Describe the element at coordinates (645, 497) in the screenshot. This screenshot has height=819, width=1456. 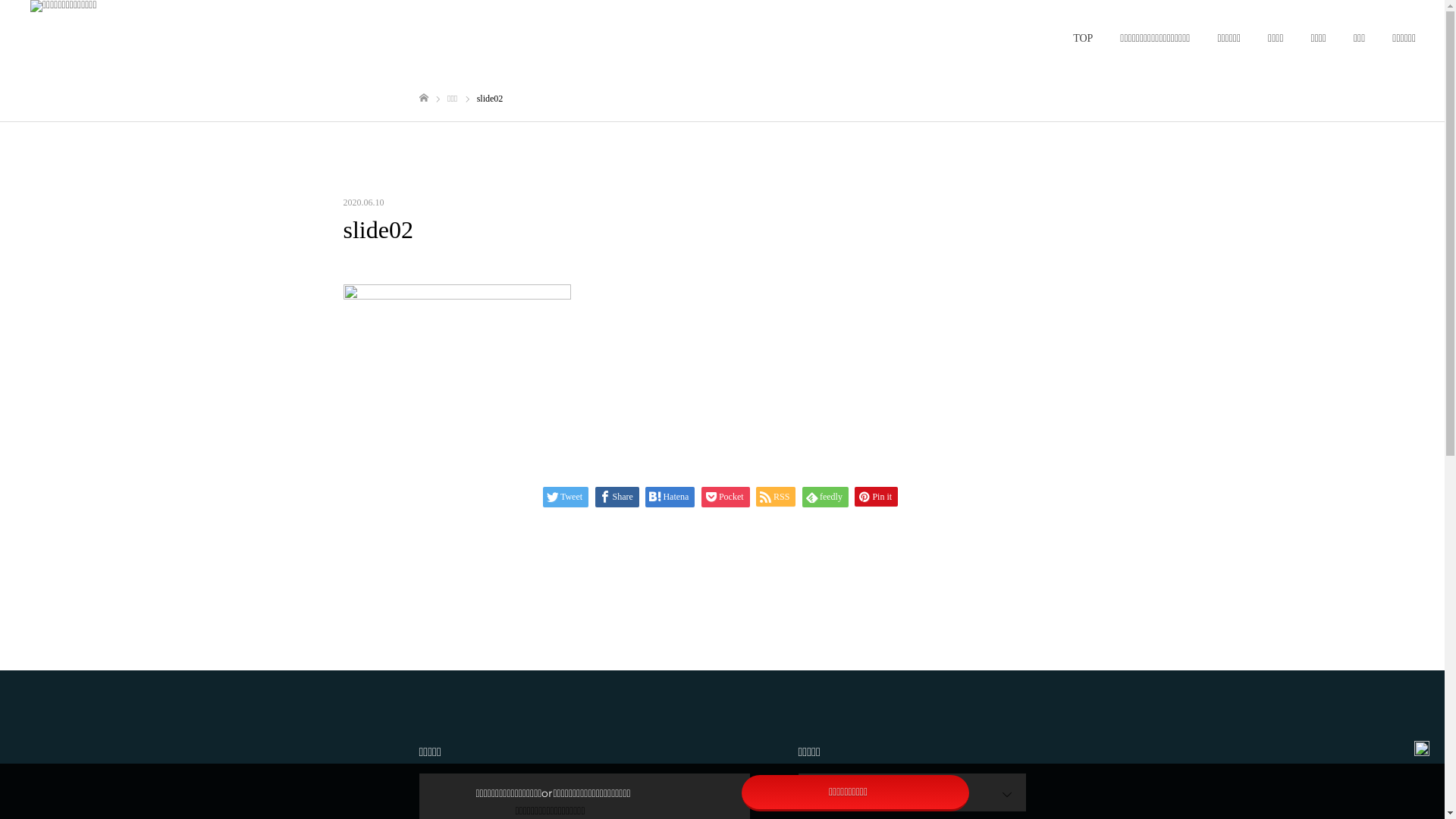
I see `'Hatena'` at that location.